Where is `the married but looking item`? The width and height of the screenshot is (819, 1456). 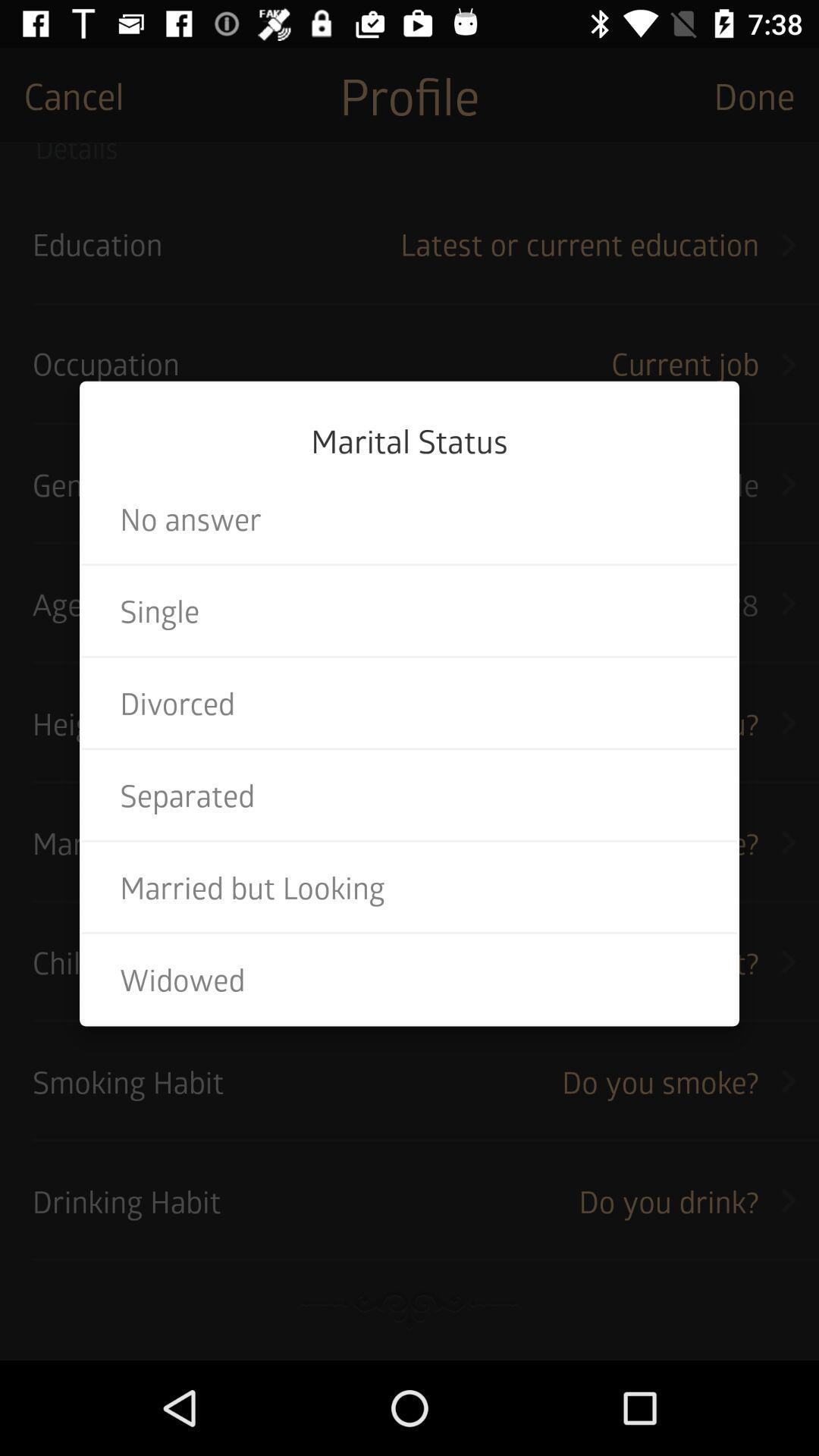
the married but looking item is located at coordinates (409, 887).